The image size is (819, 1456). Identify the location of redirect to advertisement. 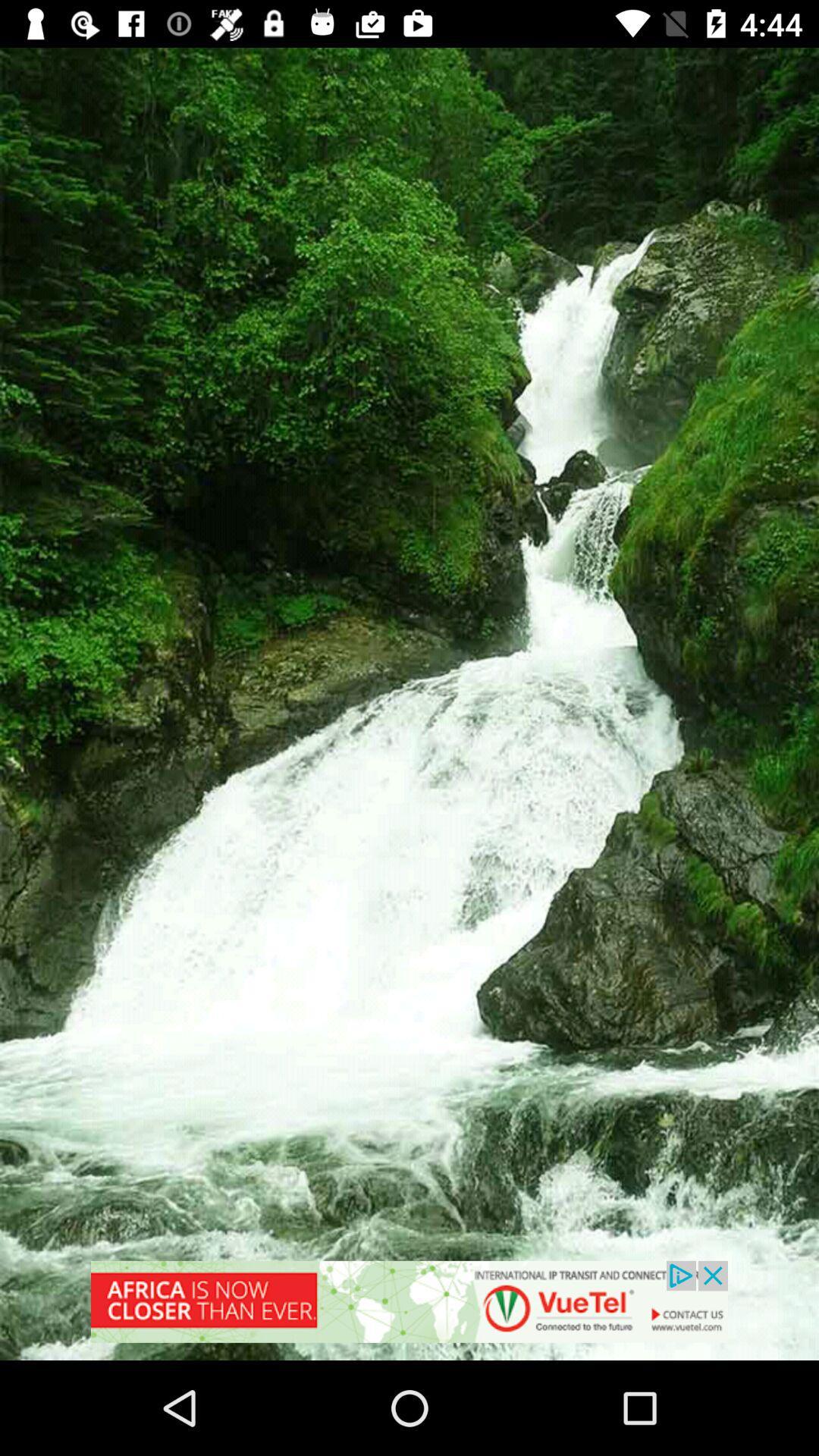
(409, 1310).